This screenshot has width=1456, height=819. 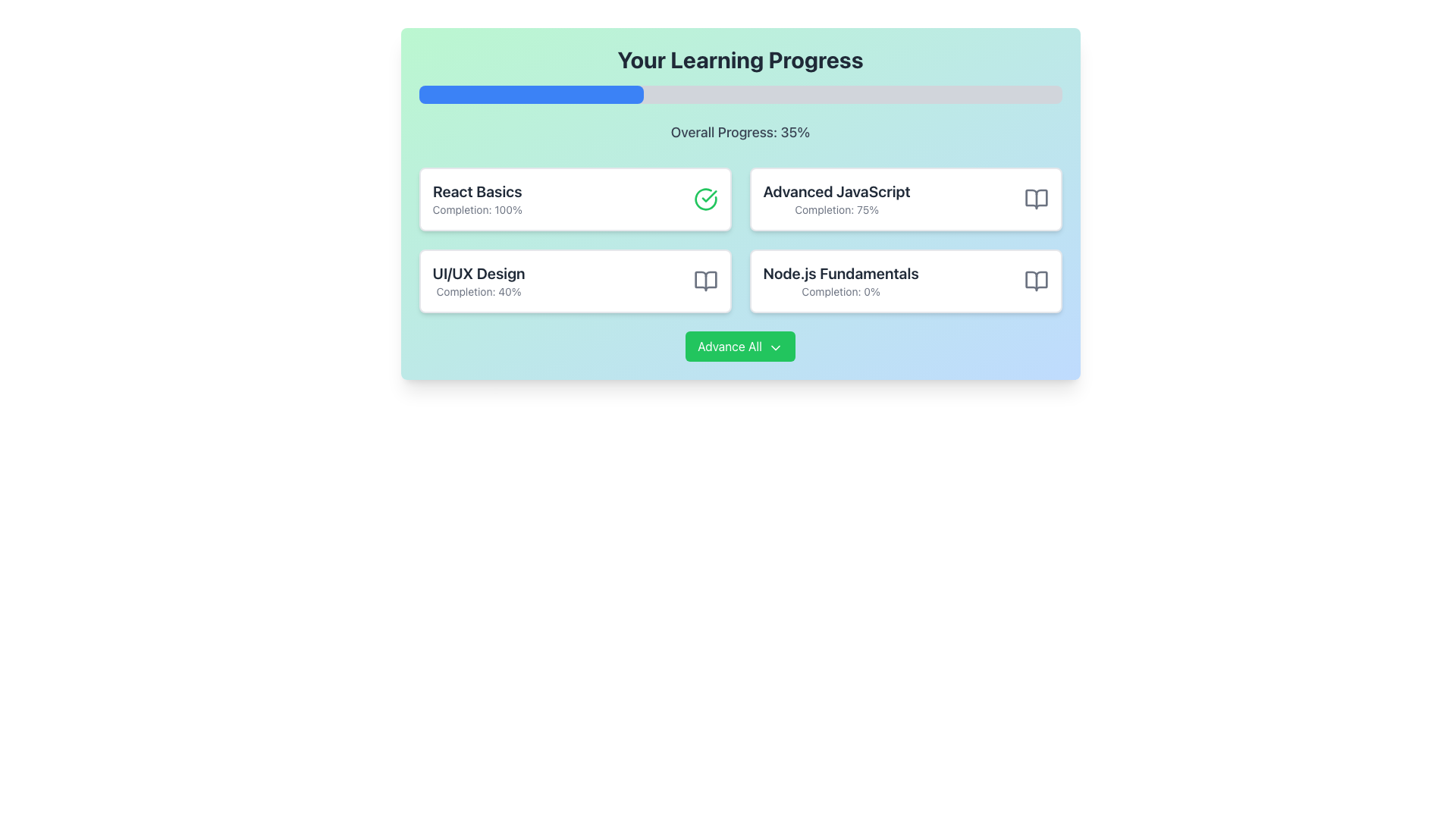 What do you see at coordinates (740, 131) in the screenshot?
I see `the informational text label that displays the total progress made by the user in courses, located centrally below the progress bar` at bounding box center [740, 131].